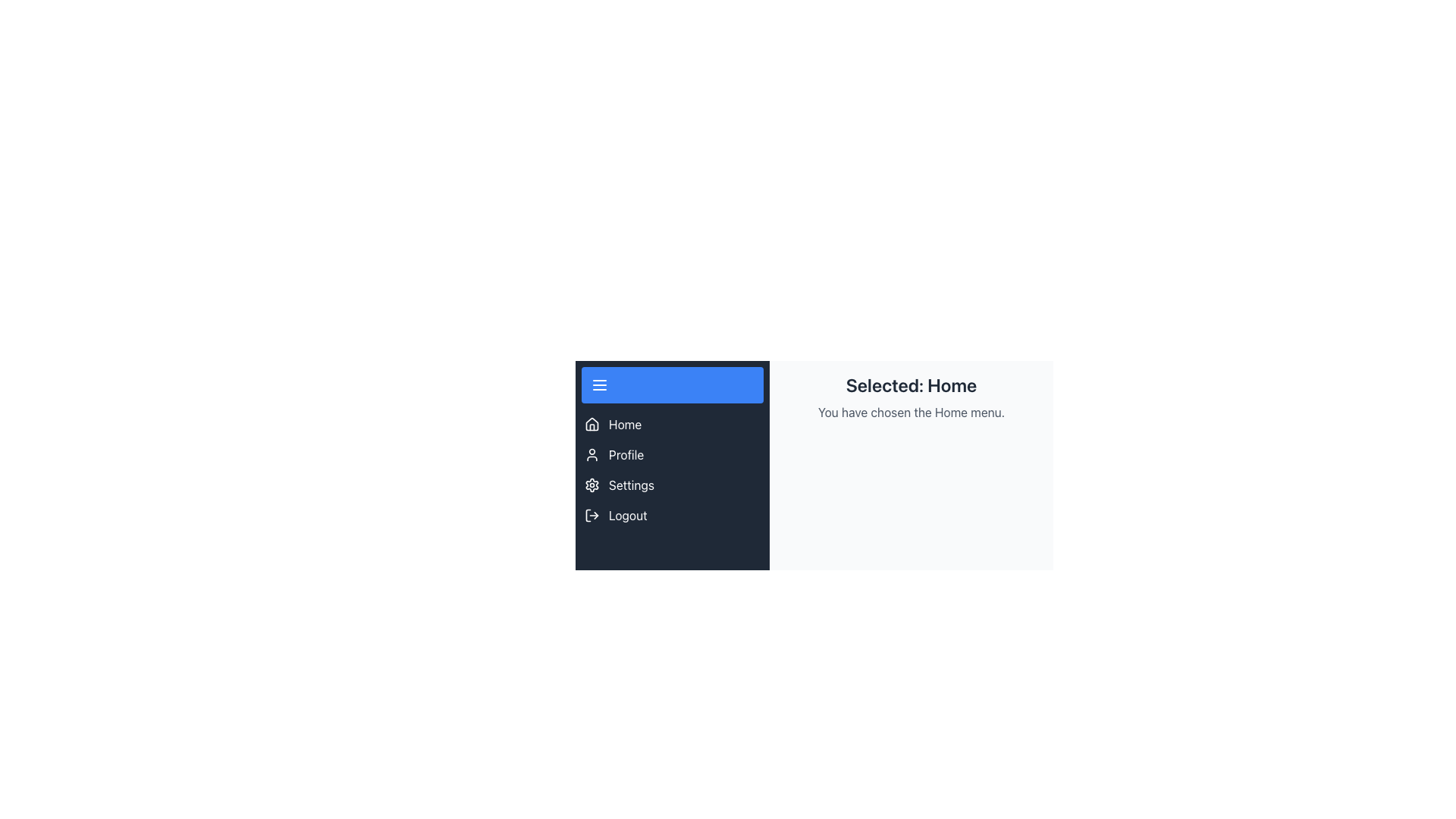 Image resolution: width=1456 pixels, height=819 pixels. Describe the element at coordinates (591, 424) in the screenshot. I see `the house icon in the sidebar menu, which is white against a dark blue background and appears to the left of the 'Home' text` at that location.